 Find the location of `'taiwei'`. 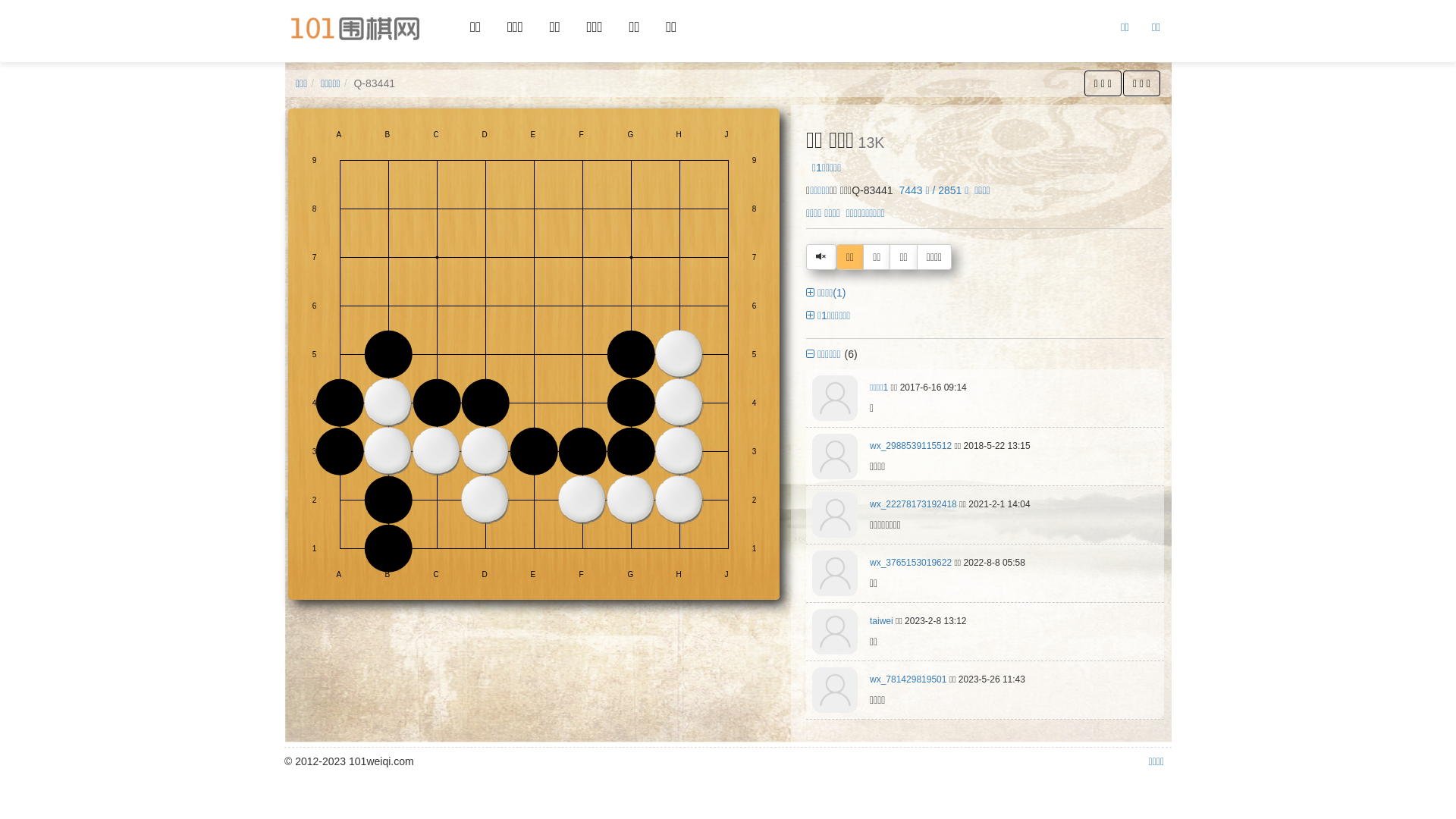

'taiwei' is located at coordinates (881, 620).